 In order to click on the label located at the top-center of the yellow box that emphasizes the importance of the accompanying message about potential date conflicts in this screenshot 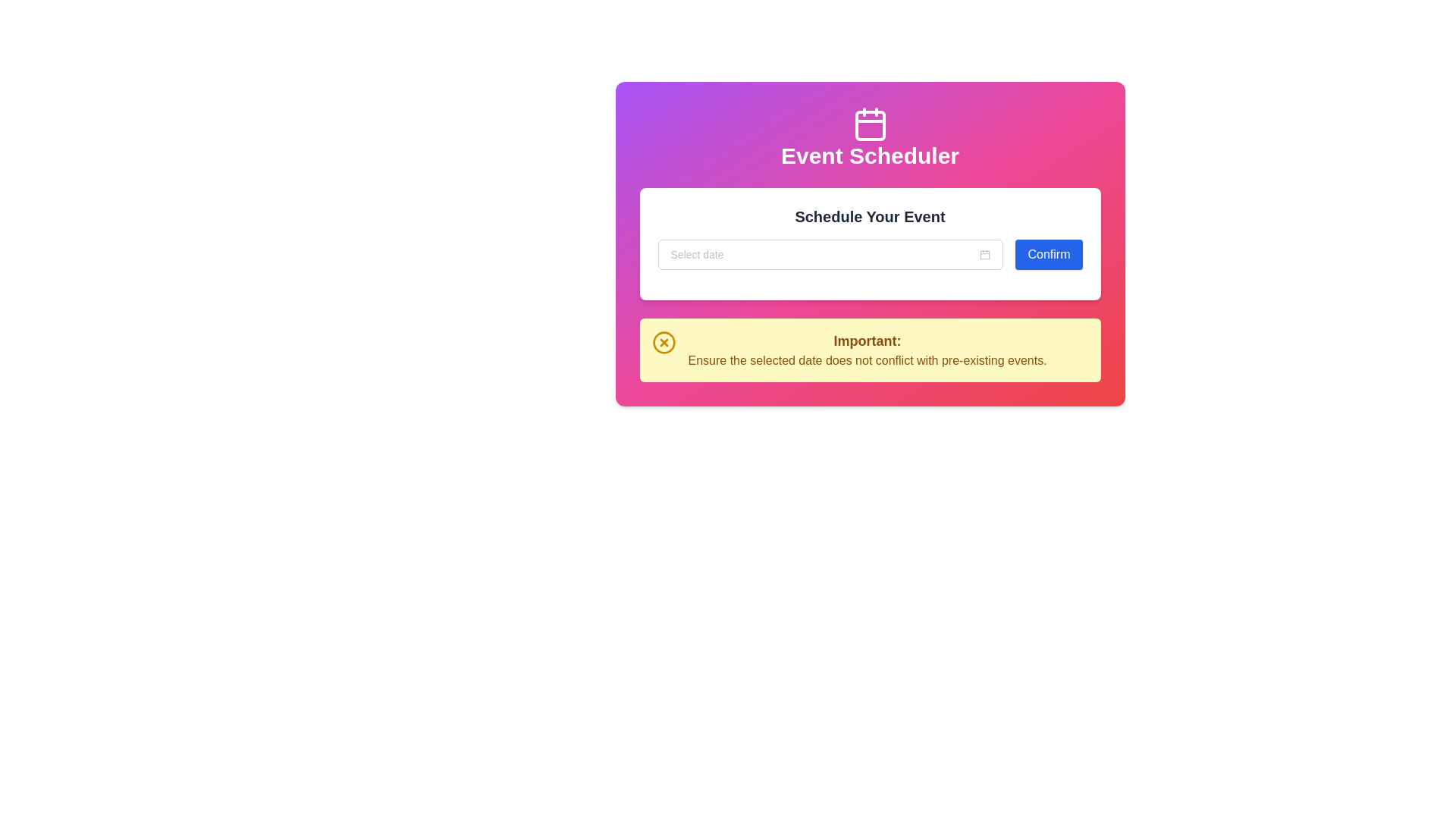, I will do `click(868, 341)`.